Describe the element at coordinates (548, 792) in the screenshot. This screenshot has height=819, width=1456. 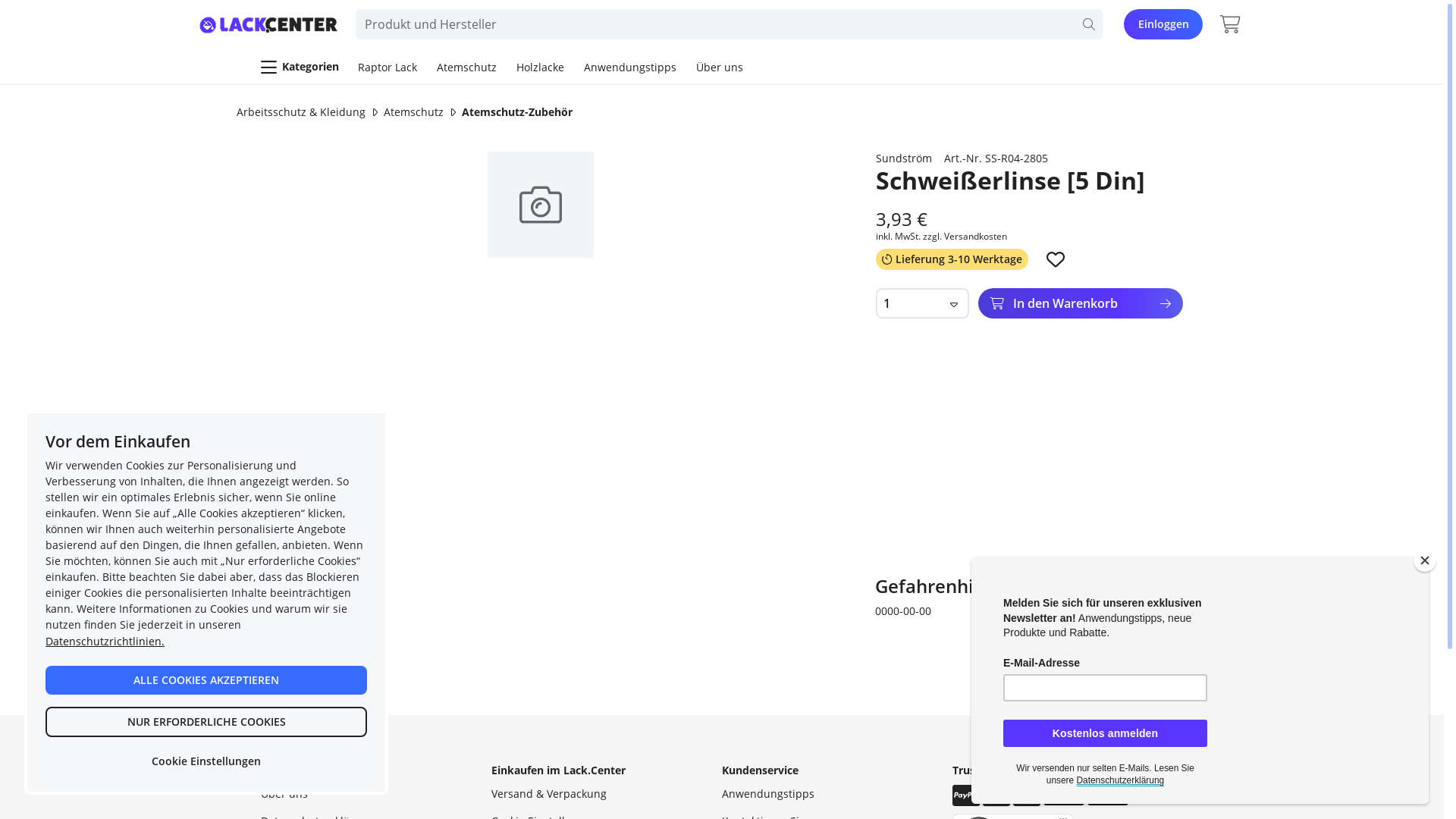
I see `'Versand & Verpackung'` at that location.